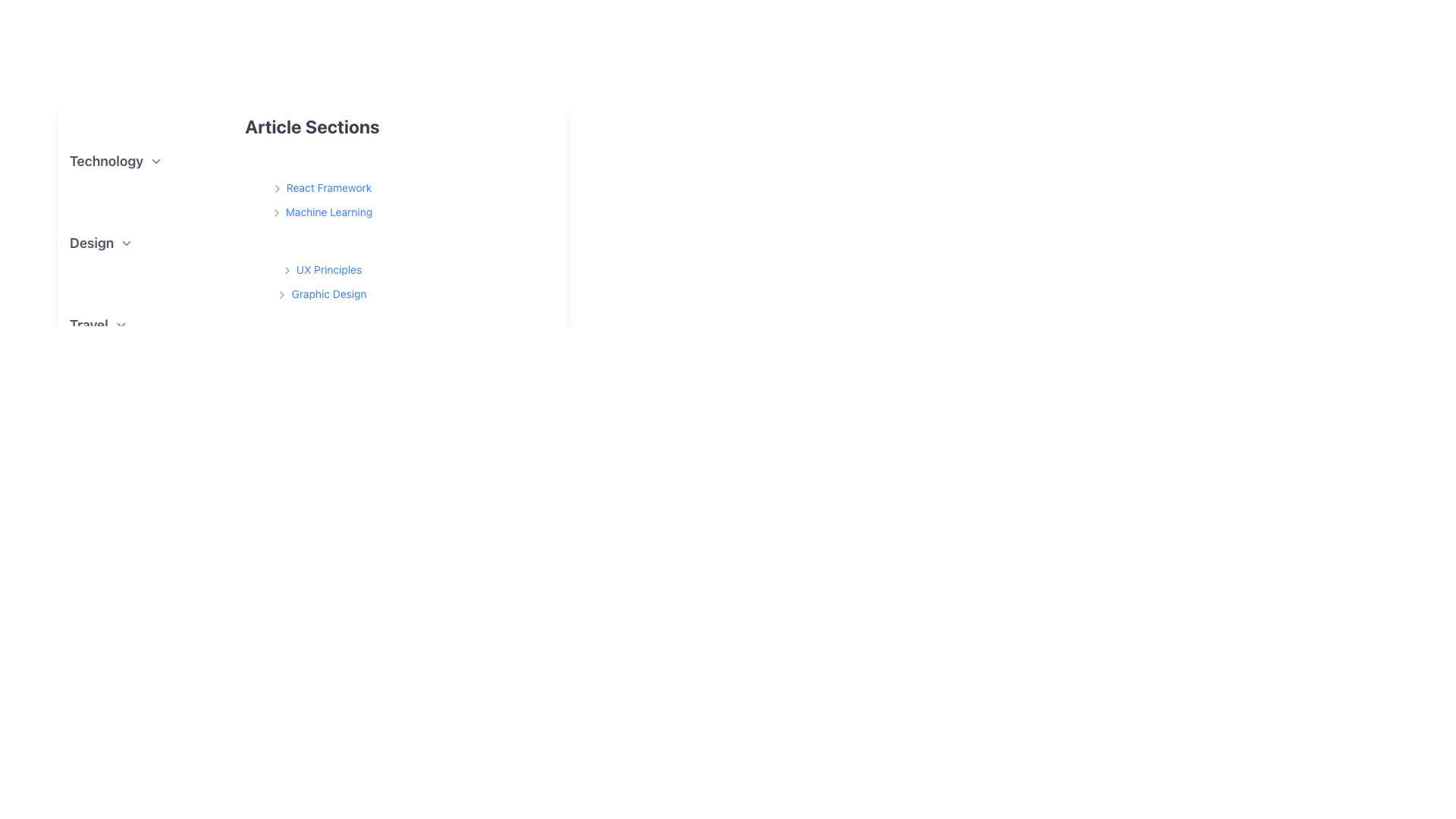 Image resolution: width=1456 pixels, height=819 pixels. What do you see at coordinates (320, 268) in the screenshot?
I see `the 'UX Principles' clickable text link to trigger the hover effect that changes its color to a darker blue` at bounding box center [320, 268].